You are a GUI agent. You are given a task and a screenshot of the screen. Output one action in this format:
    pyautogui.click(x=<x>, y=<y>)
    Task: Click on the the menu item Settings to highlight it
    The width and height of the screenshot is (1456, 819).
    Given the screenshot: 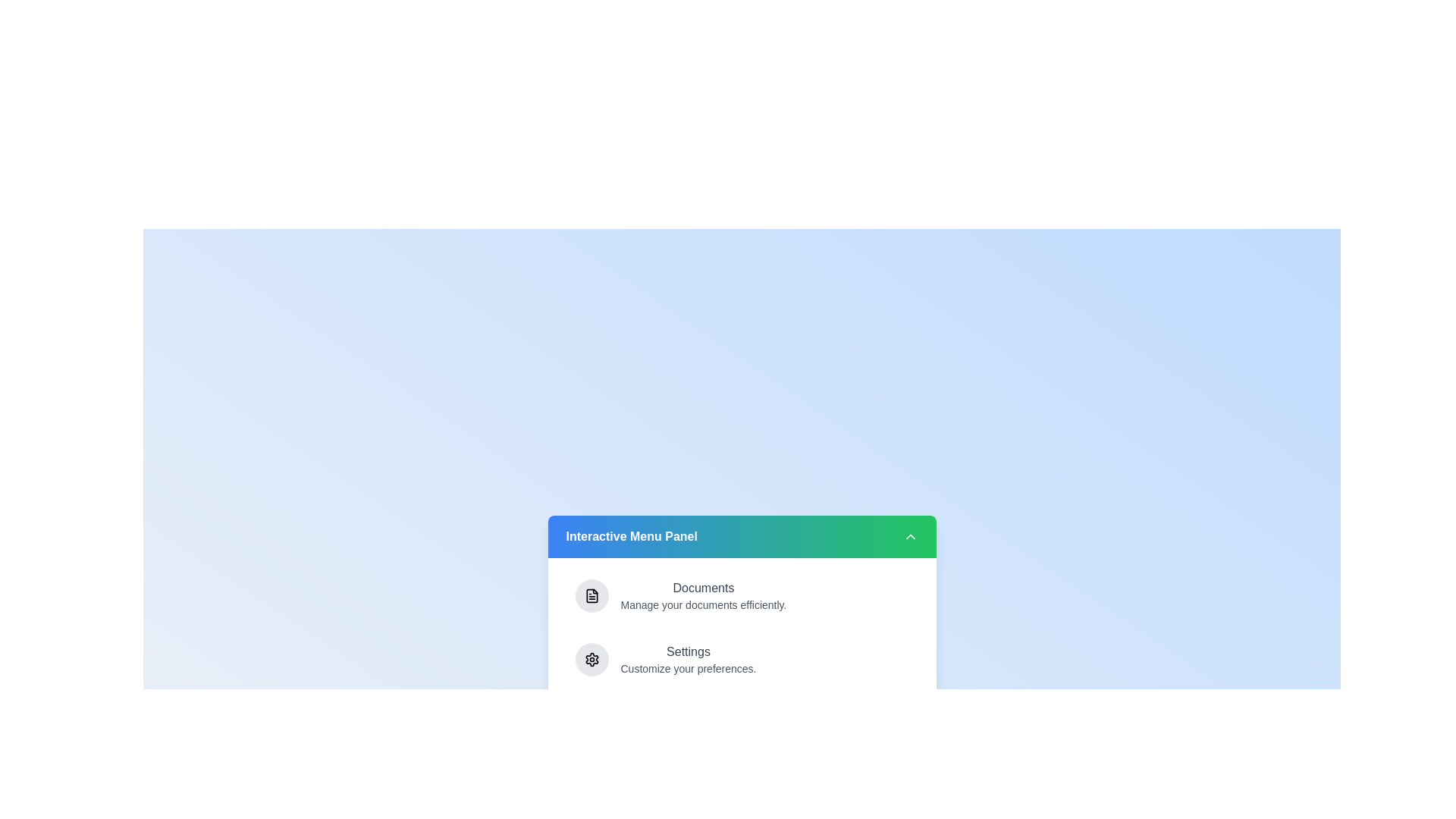 What is the action you would take?
    pyautogui.click(x=742, y=659)
    